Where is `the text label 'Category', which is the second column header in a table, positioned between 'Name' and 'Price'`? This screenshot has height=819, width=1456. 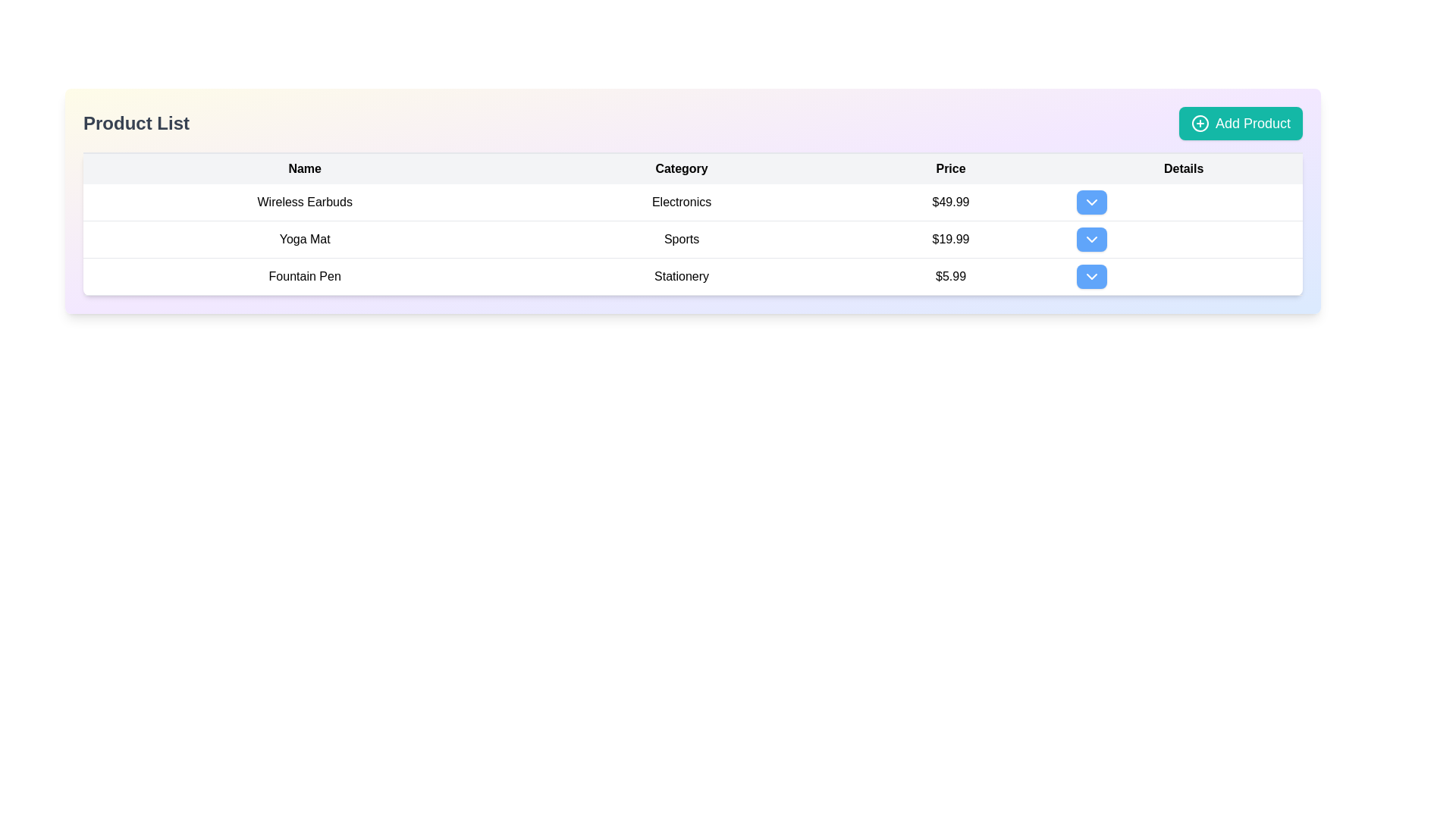 the text label 'Category', which is the second column header in a table, positioned between 'Name' and 'Price' is located at coordinates (681, 168).